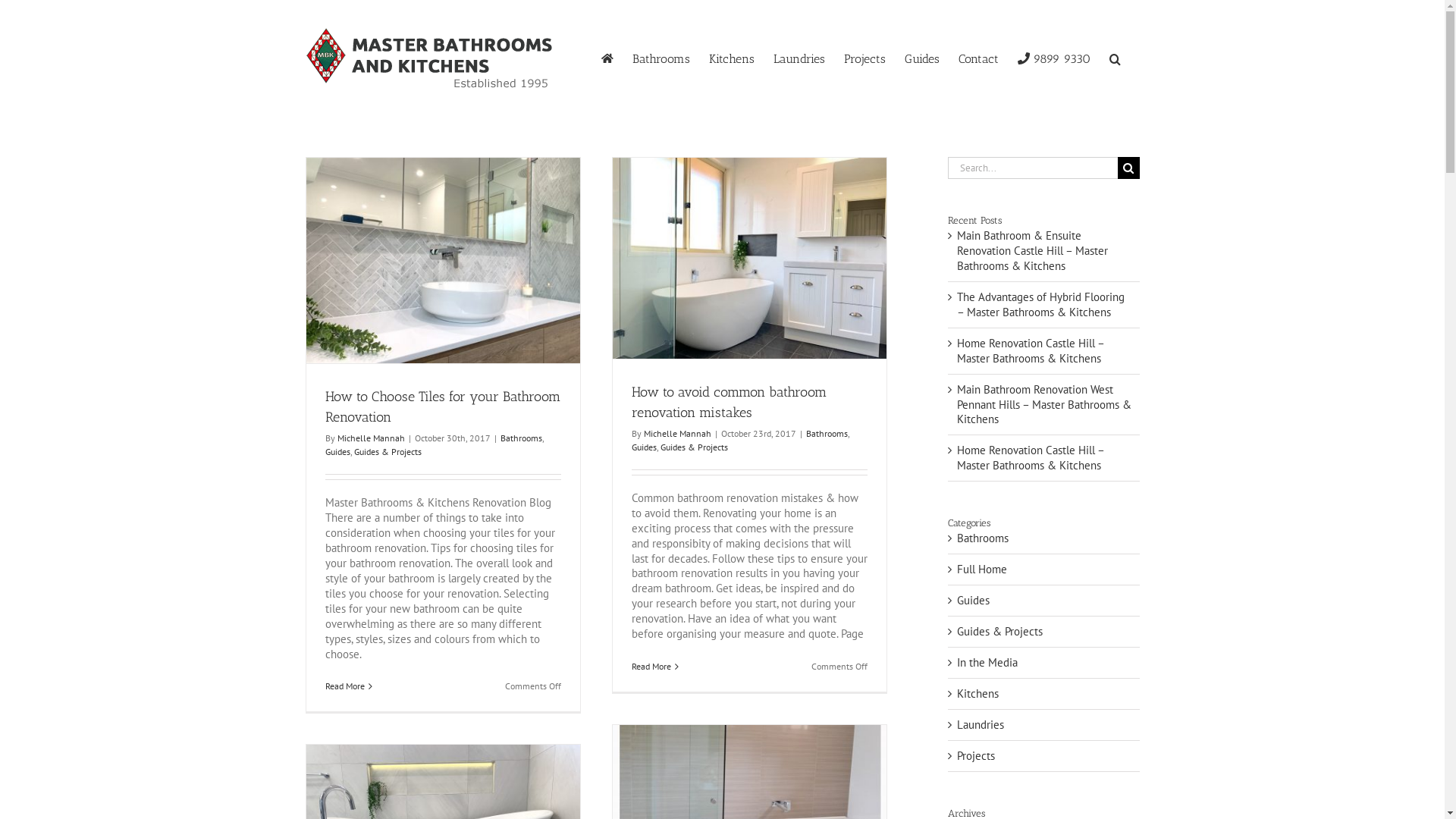 This screenshot has height=819, width=1456. What do you see at coordinates (521, 438) in the screenshot?
I see `'Bathrooms'` at bounding box center [521, 438].